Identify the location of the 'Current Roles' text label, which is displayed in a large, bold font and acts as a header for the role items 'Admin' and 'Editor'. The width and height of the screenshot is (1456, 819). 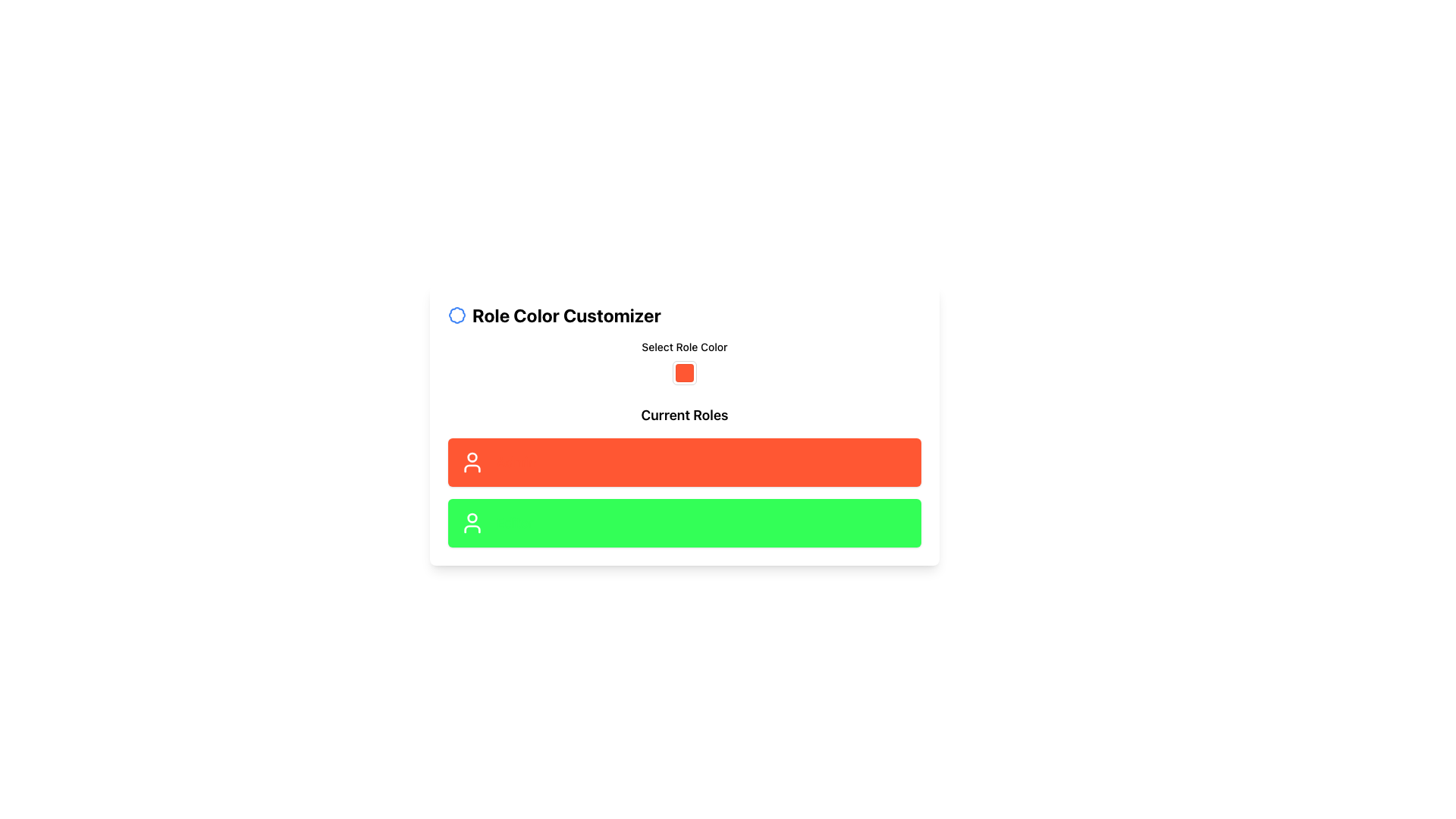
(683, 415).